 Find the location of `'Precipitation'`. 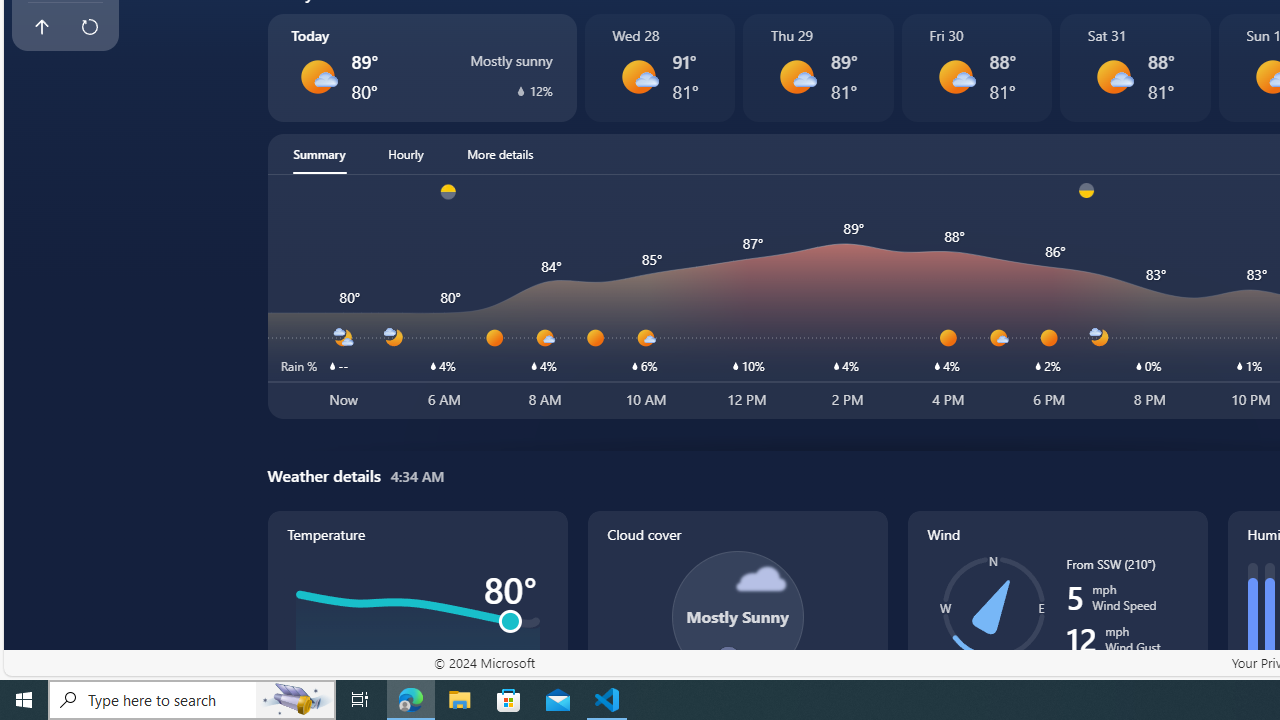

'Precipitation' is located at coordinates (520, 90).